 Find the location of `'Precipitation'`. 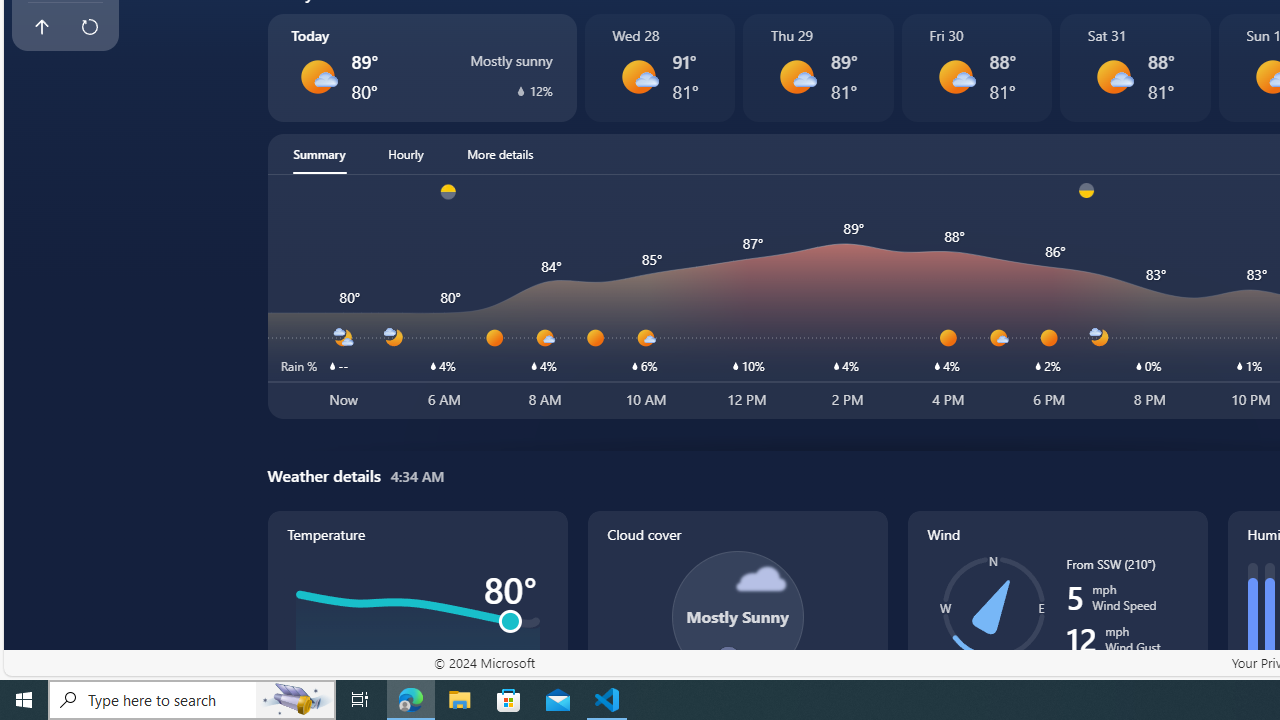

'Precipitation' is located at coordinates (520, 90).